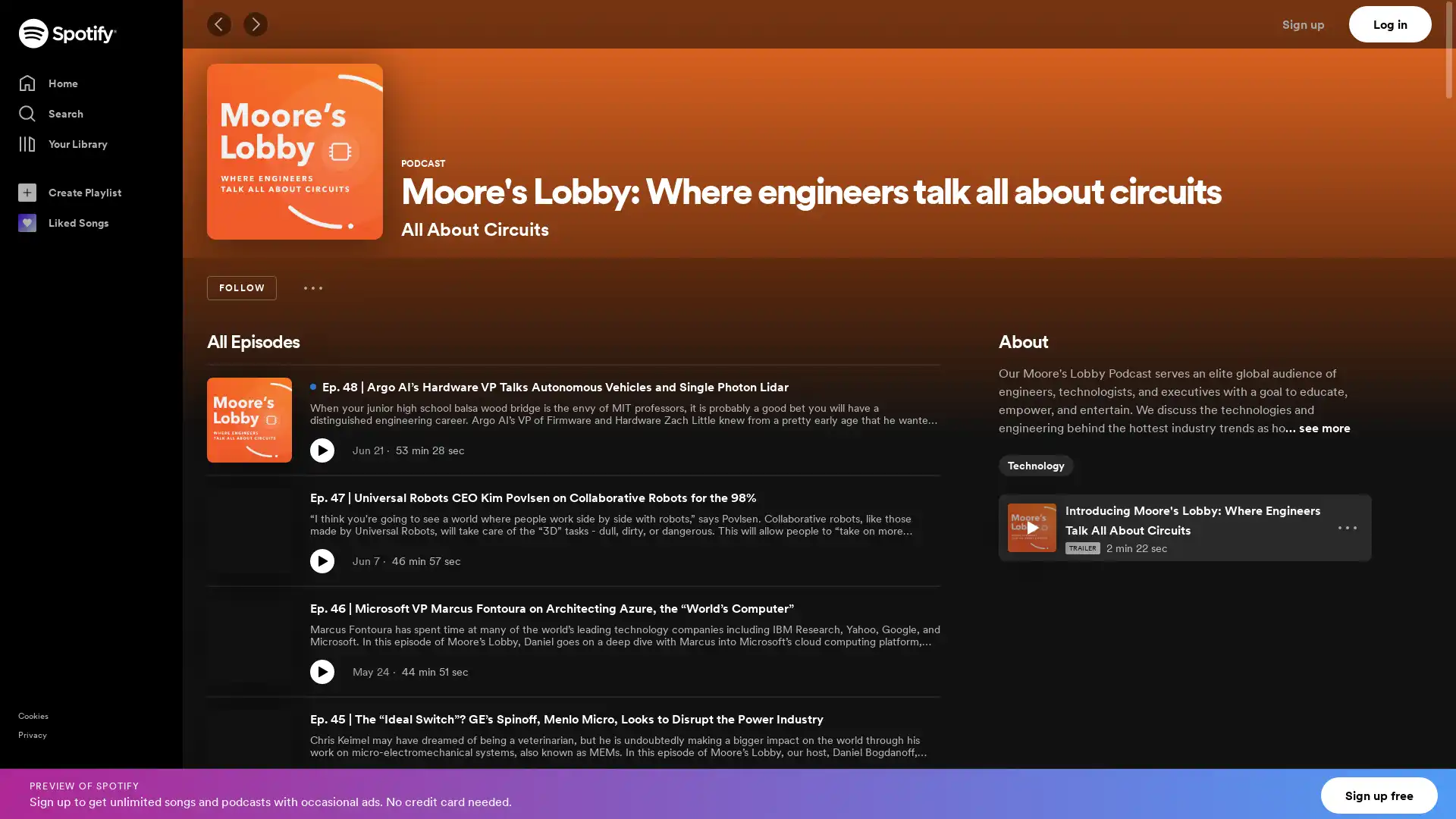  I want to click on Close, so click(1430, 784).